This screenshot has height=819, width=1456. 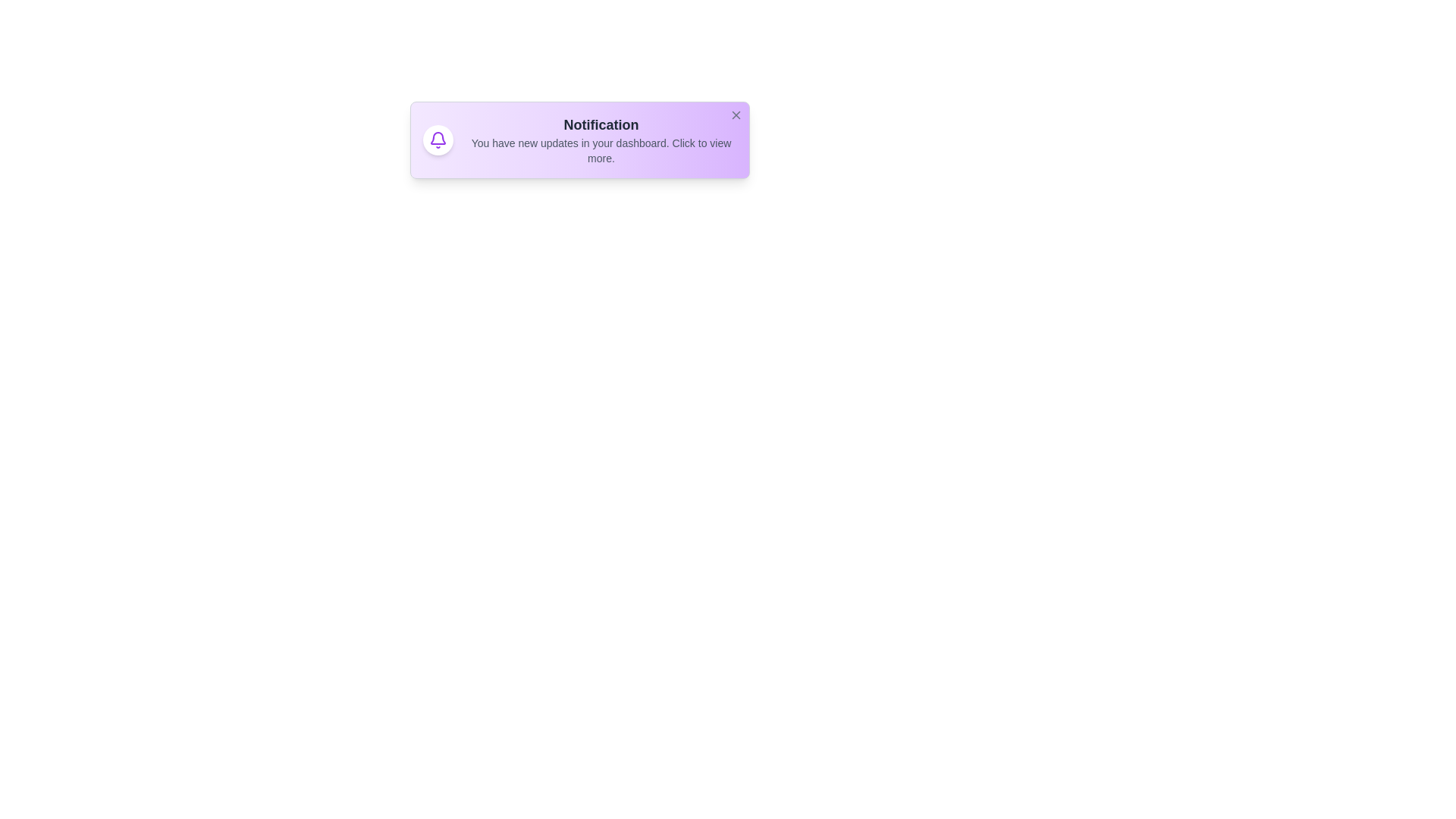 I want to click on the close button icon, which is gray in color and shaped like an 'X', located at the top-right corner of the notification card adjacent to the 'Notification' text, so click(x=736, y=114).